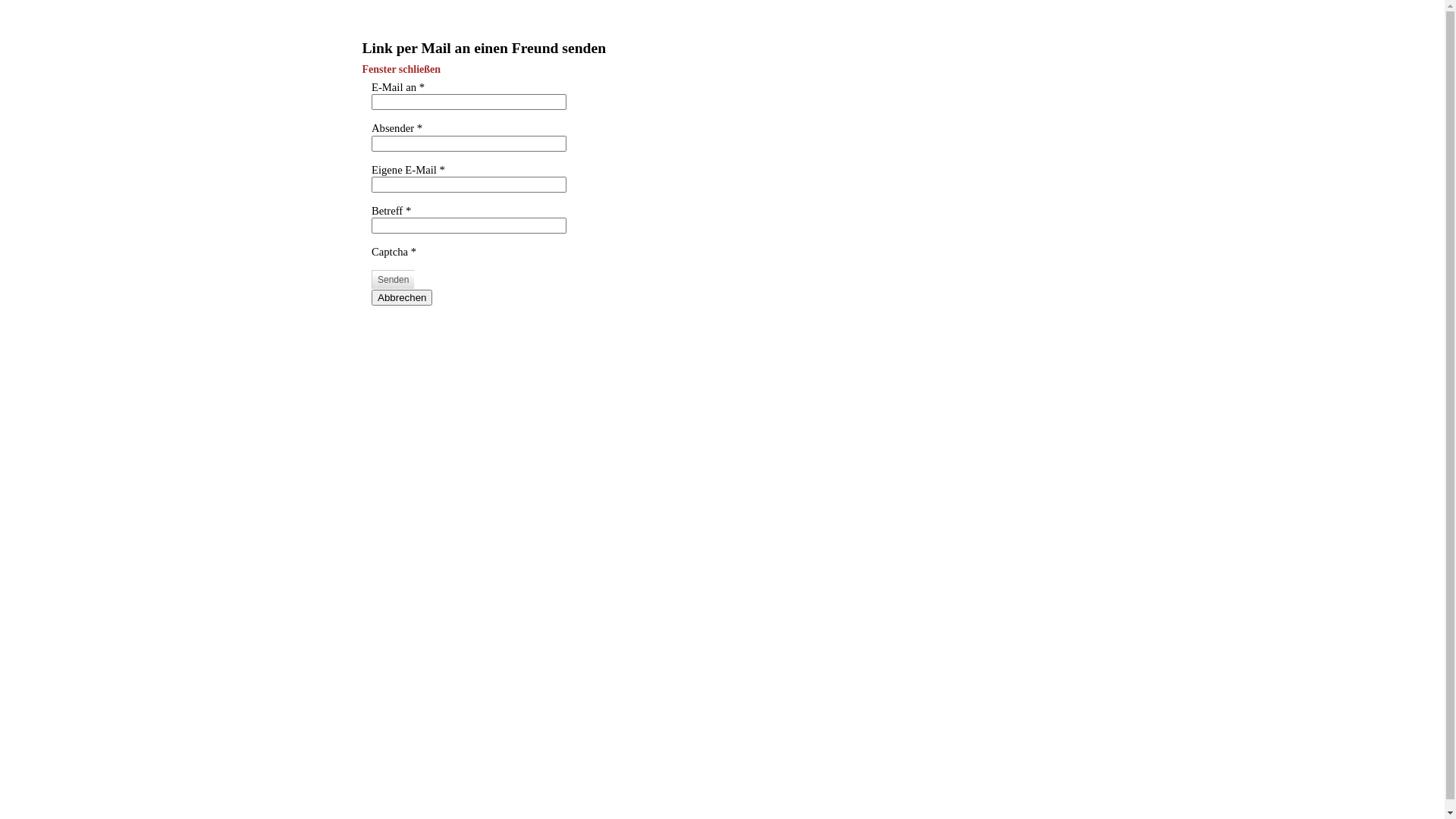 Image resolution: width=1456 pixels, height=819 pixels. What do you see at coordinates (393, 280) in the screenshot?
I see `'Senden'` at bounding box center [393, 280].